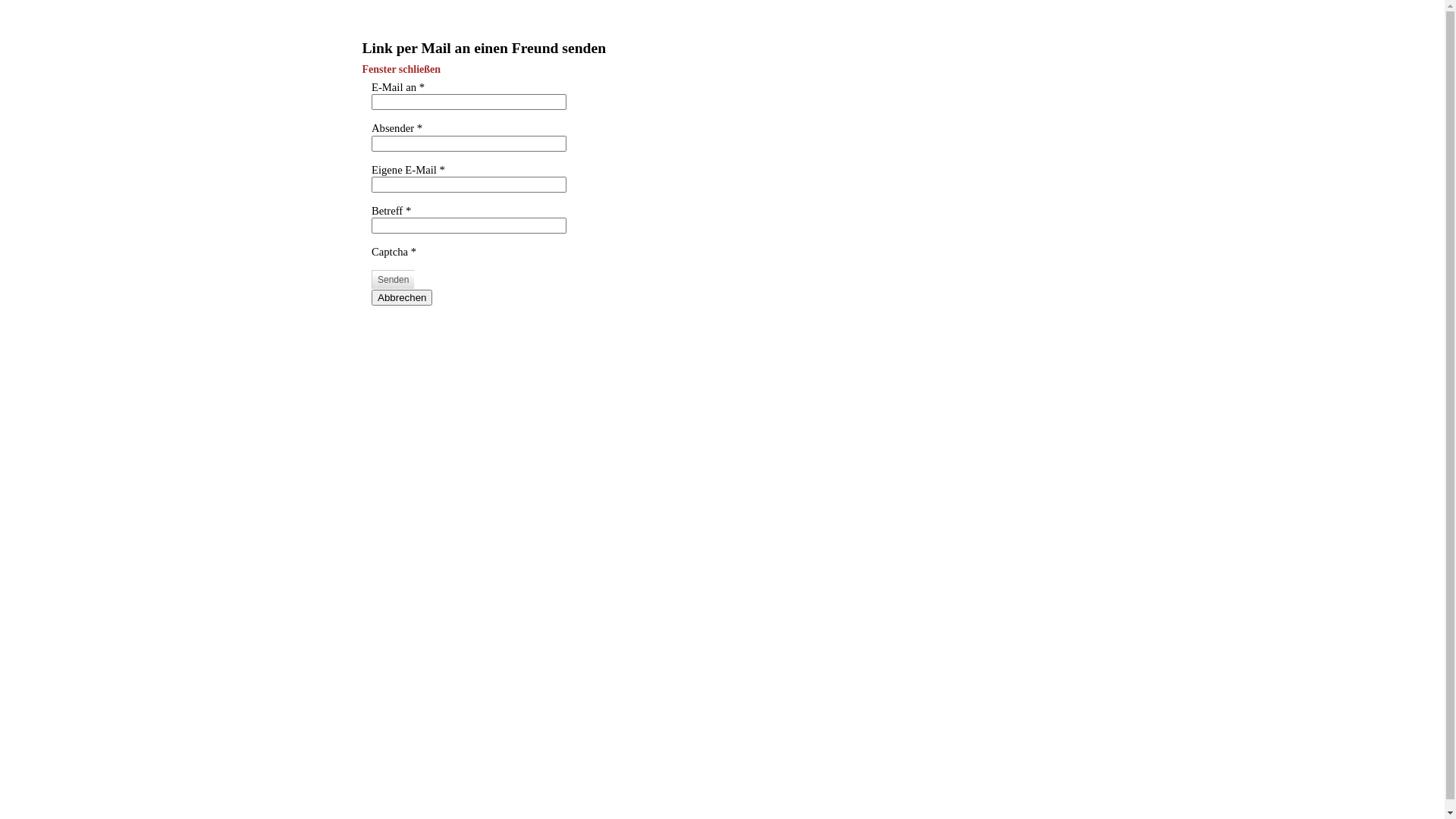 Image resolution: width=1456 pixels, height=819 pixels. What do you see at coordinates (393, 280) in the screenshot?
I see `'Senden'` at bounding box center [393, 280].